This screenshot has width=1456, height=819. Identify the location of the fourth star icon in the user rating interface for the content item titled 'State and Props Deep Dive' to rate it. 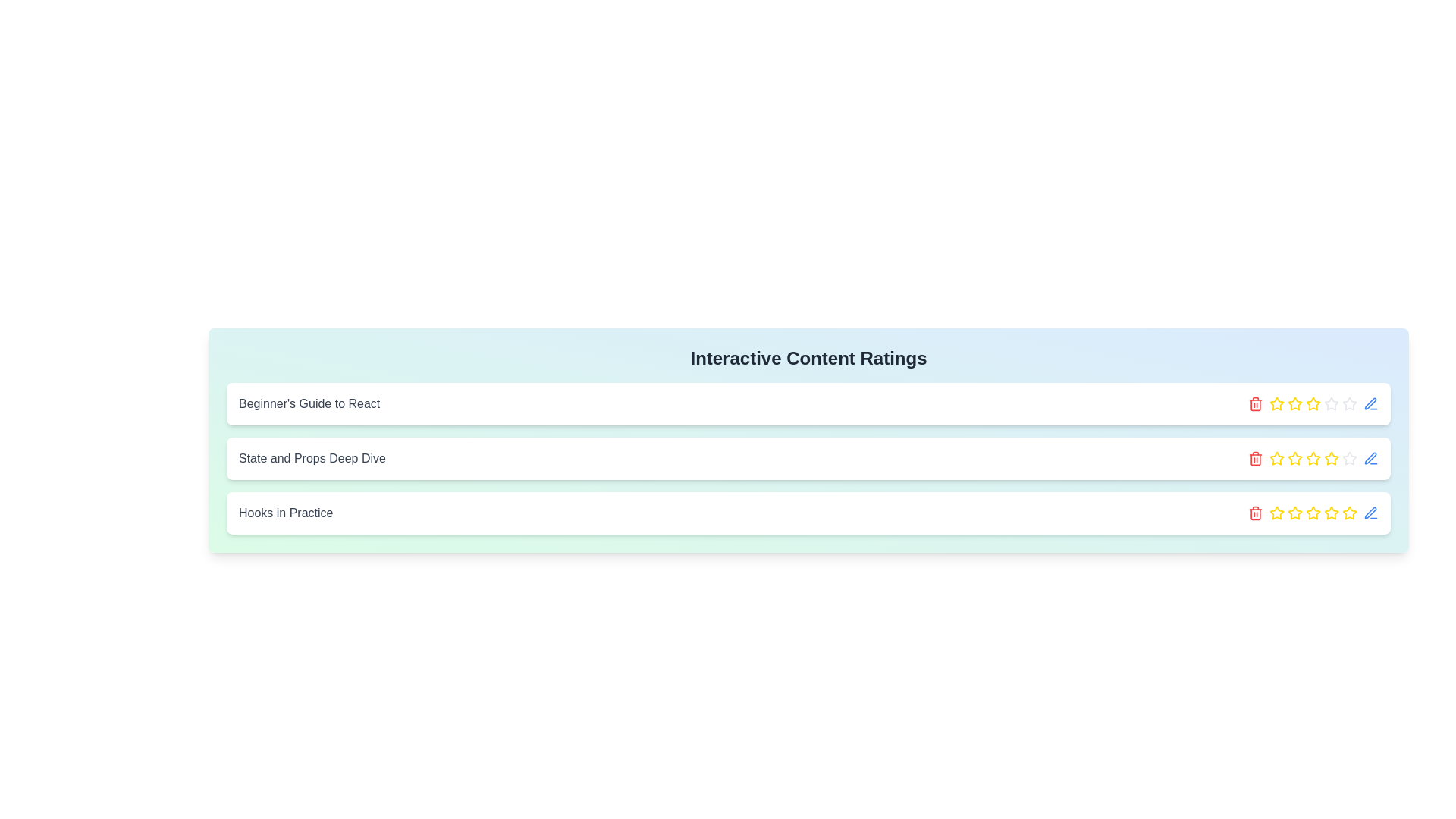
(1330, 457).